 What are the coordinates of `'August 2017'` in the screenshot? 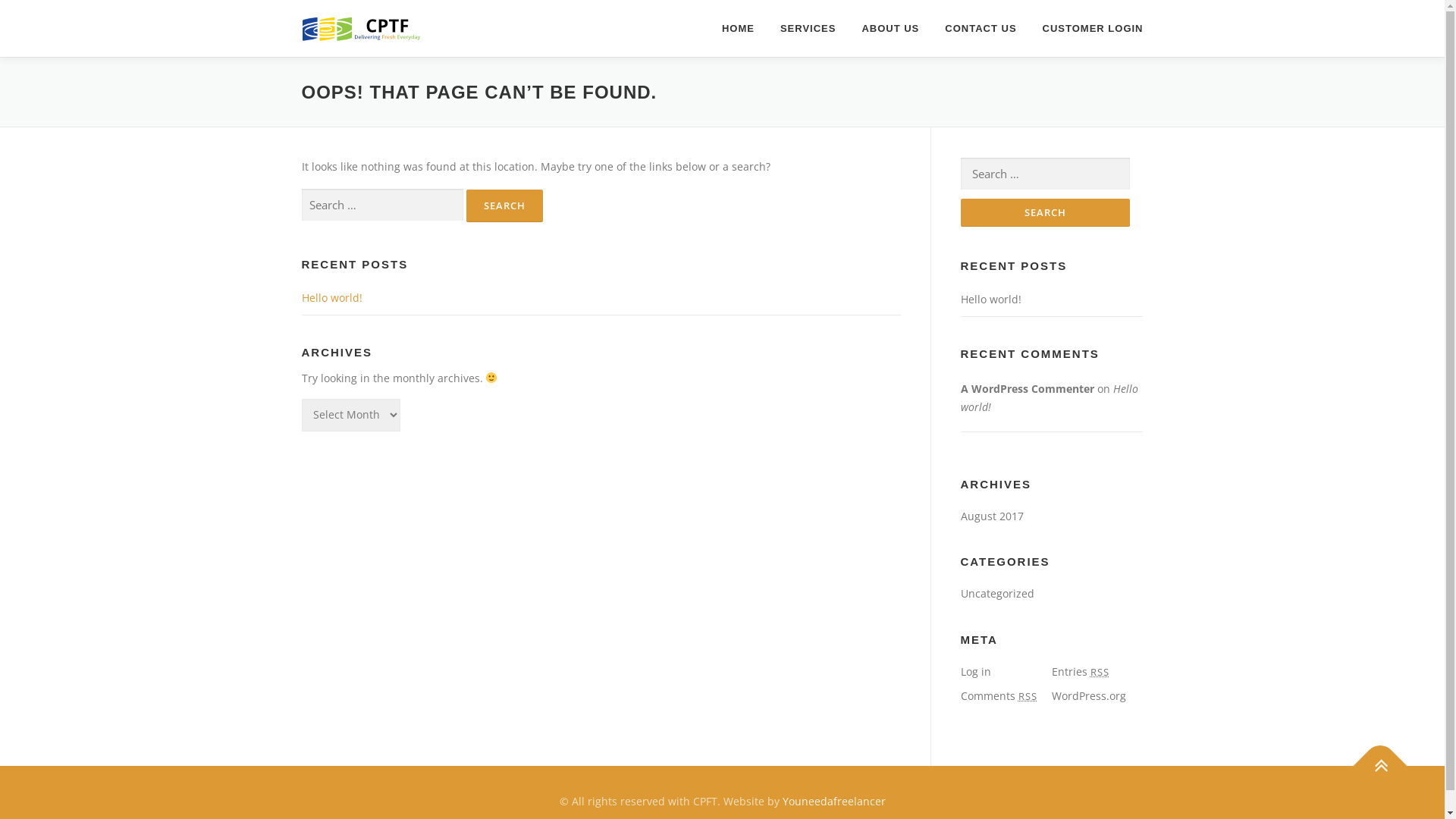 It's located at (991, 515).